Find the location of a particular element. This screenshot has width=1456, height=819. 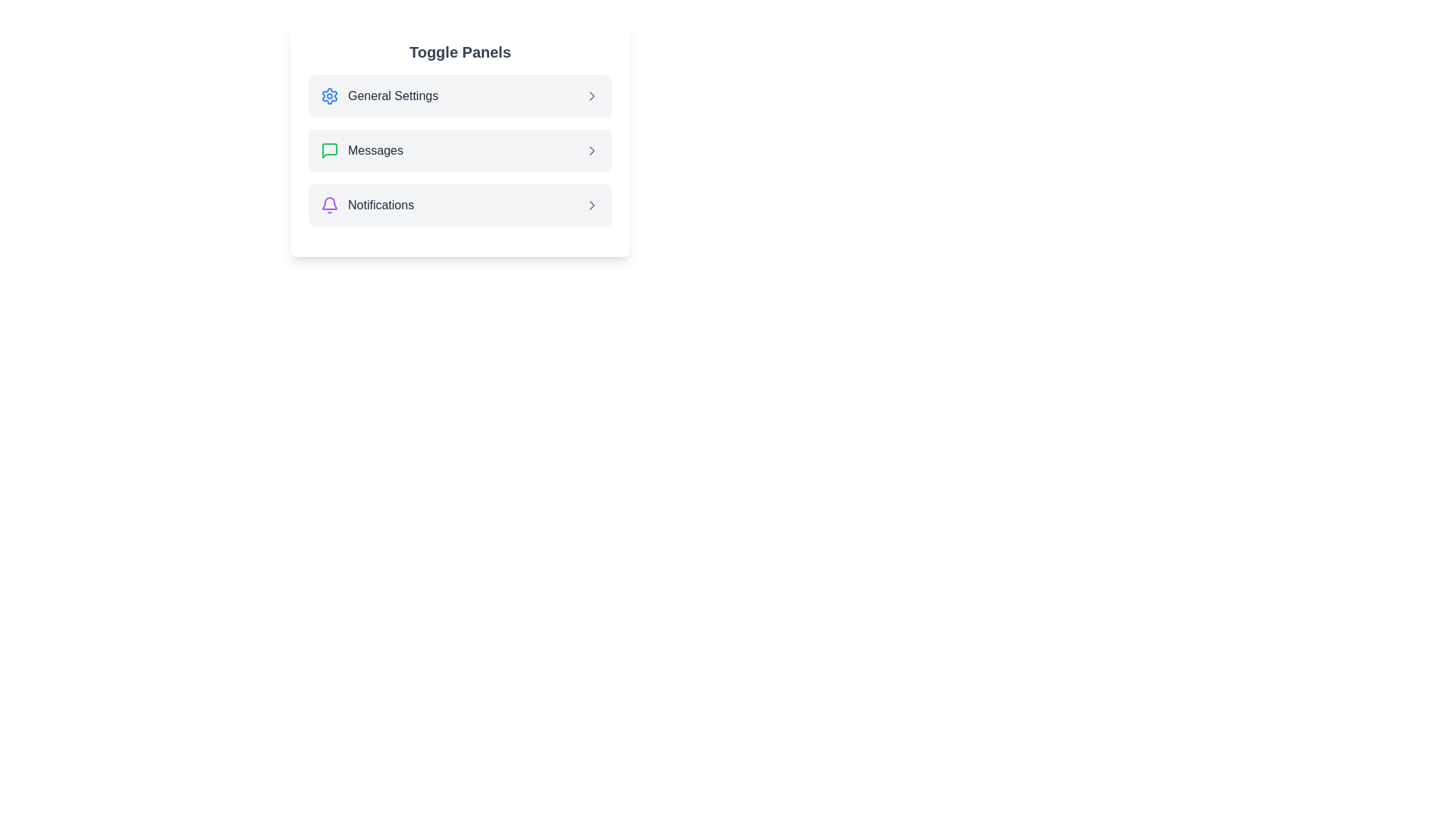

the icon of the panel labeled Notifications is located at coordinates (329, 205).